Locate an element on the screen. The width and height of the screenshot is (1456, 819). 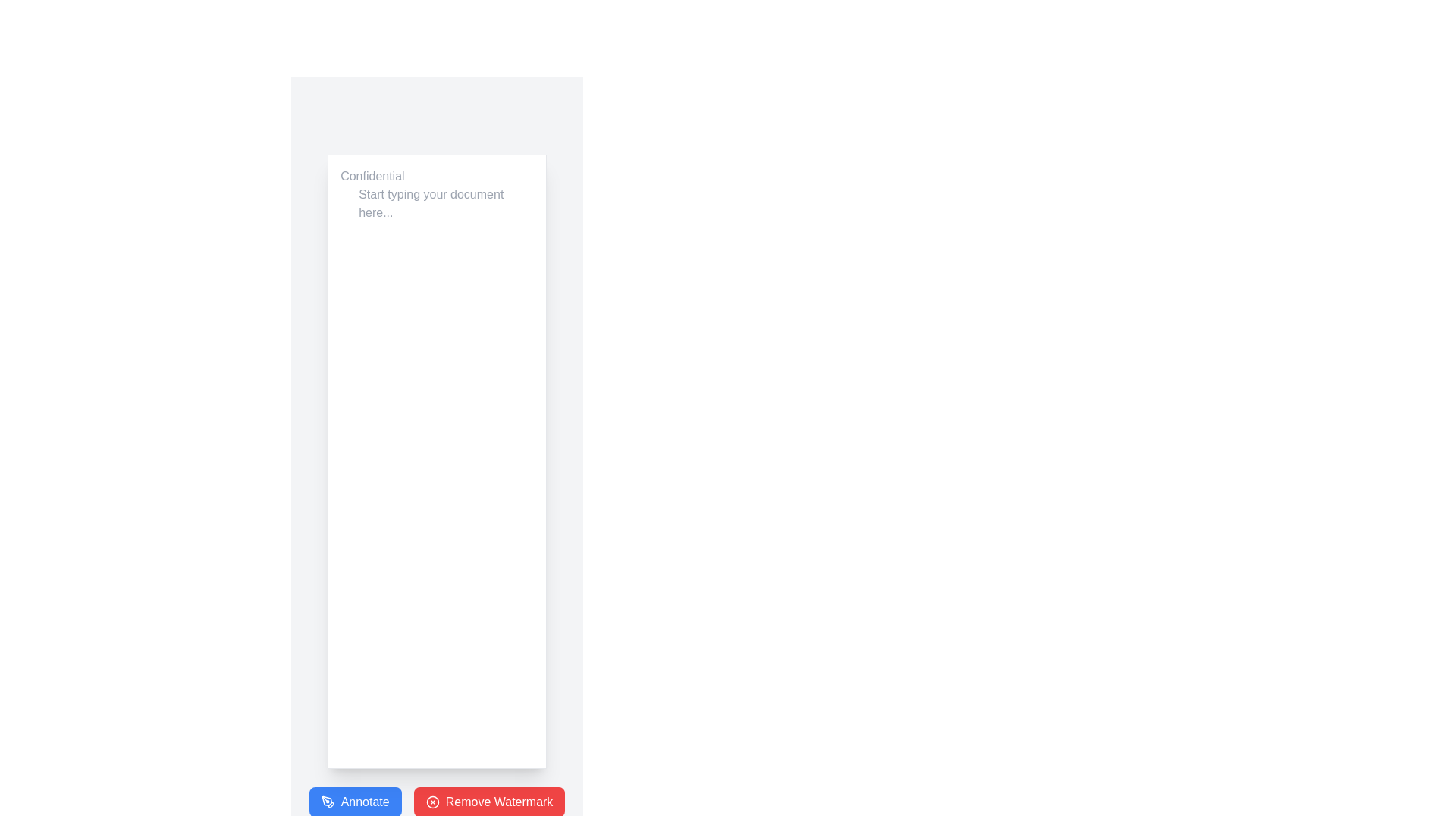
the icon located within the red 'Remove Watermark' button, positioned towards the left edge of the button is located at coordinates (431, 801).